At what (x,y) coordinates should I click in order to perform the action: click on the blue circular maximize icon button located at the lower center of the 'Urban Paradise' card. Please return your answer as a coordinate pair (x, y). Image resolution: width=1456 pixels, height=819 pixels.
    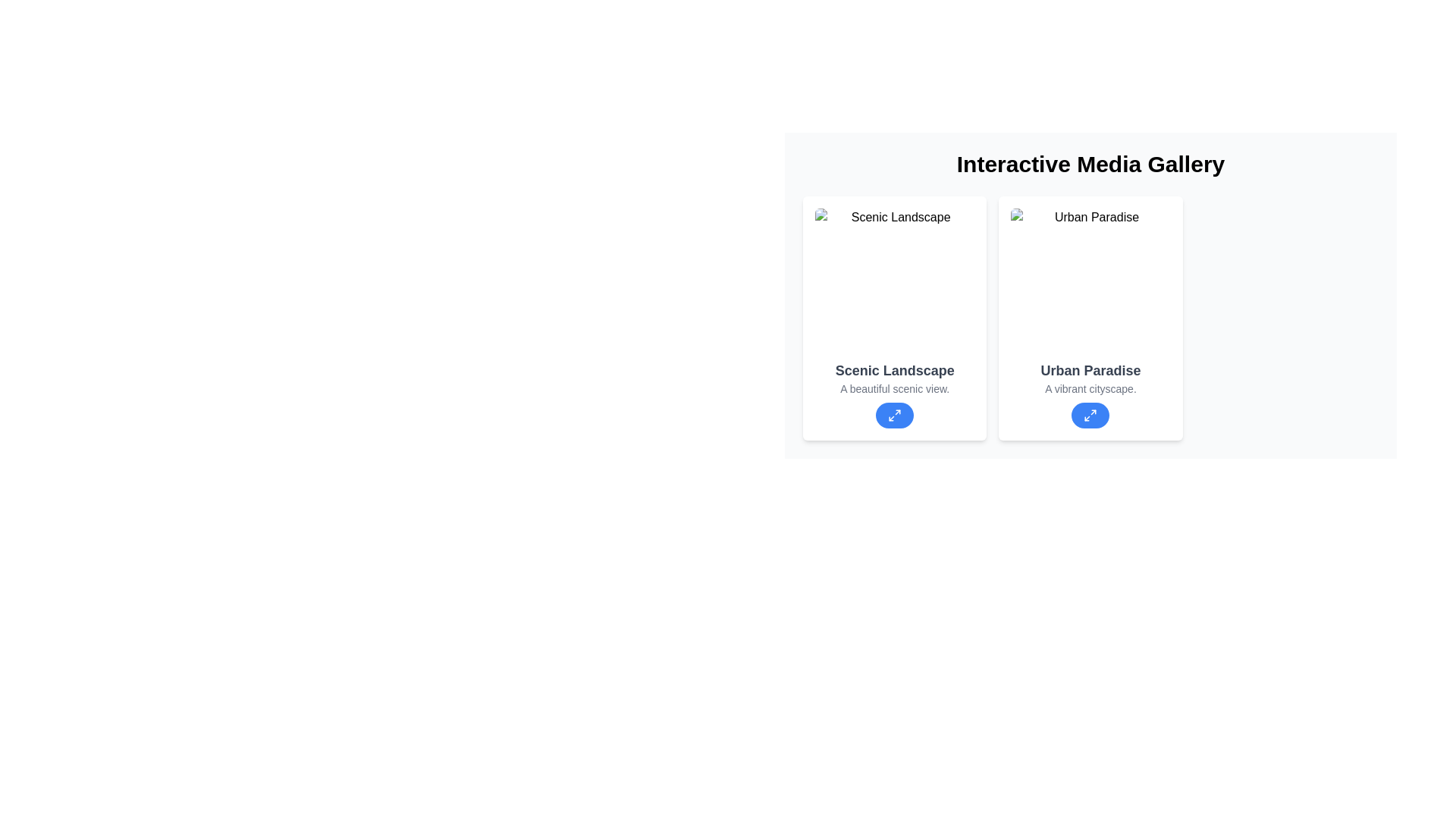
    Looking at the image, I should click on (1090, 415).